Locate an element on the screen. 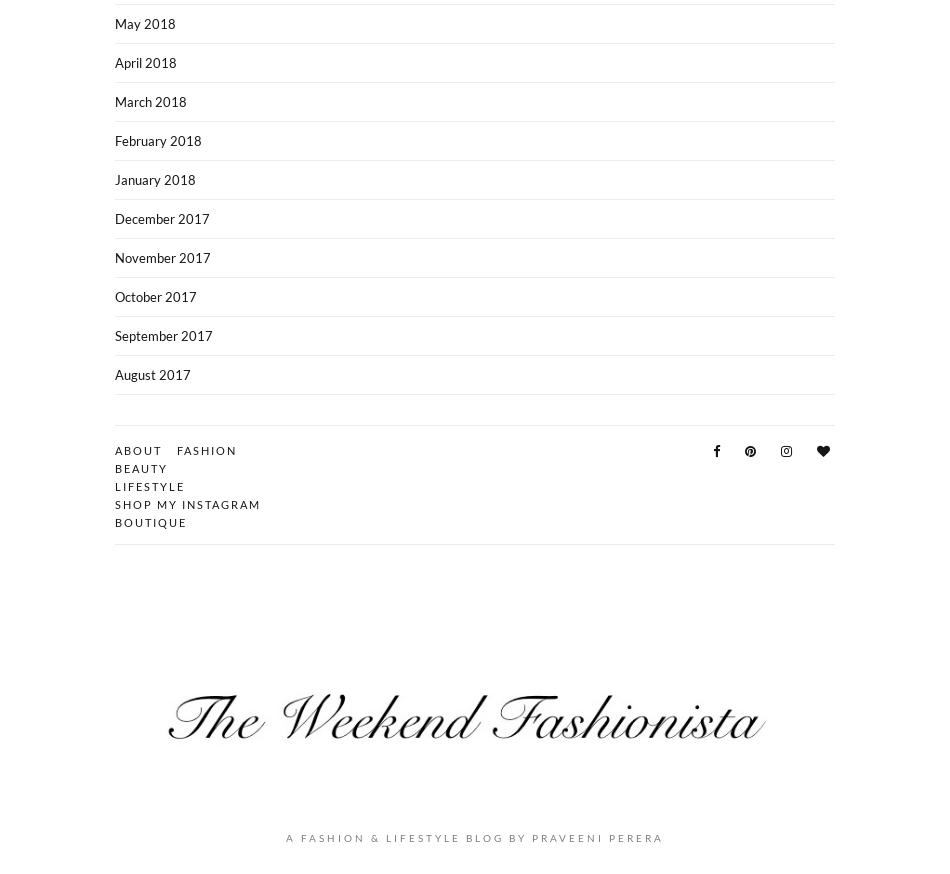 This screenshot has width=950, height=874. 'April 2018' is located at coordinates (146, 62).